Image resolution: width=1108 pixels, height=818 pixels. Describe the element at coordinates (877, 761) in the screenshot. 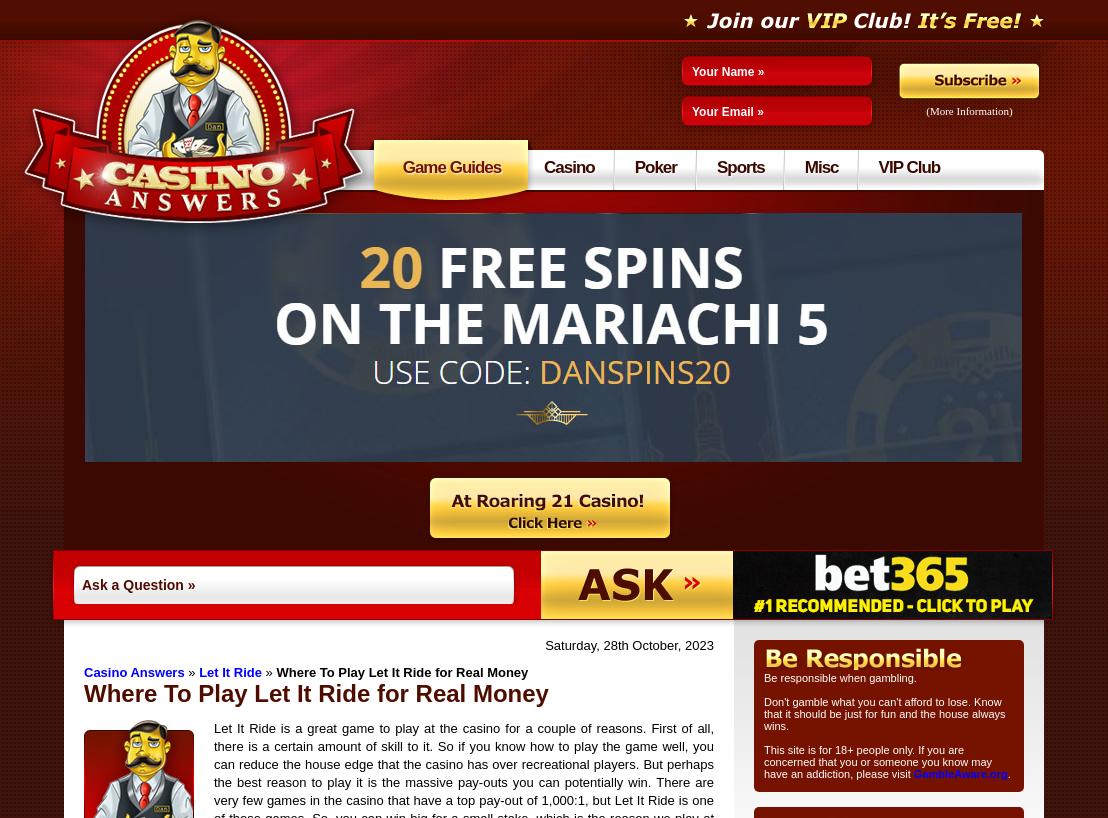

I see `'This site is for 18+ people only. If you are concerned that you or someone you know may have an addiction, please visit'` at that location.